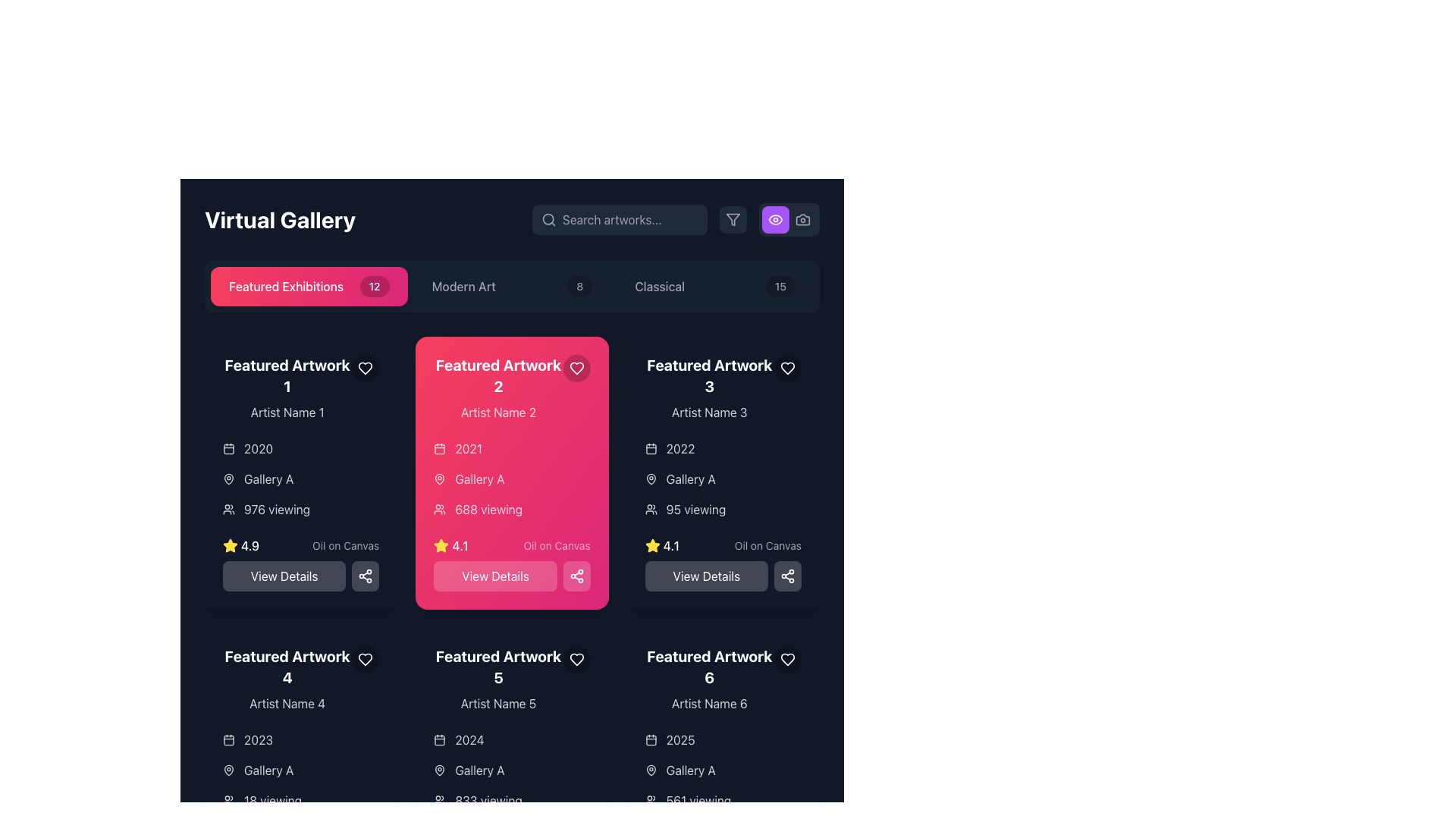  I want to click on the text element that reads '561 viewing,' located beneath the 'Gallery A' label in the dark-themed interface of the sixth artwork in the 'Featured Artwork' grid, so click(722, 800).